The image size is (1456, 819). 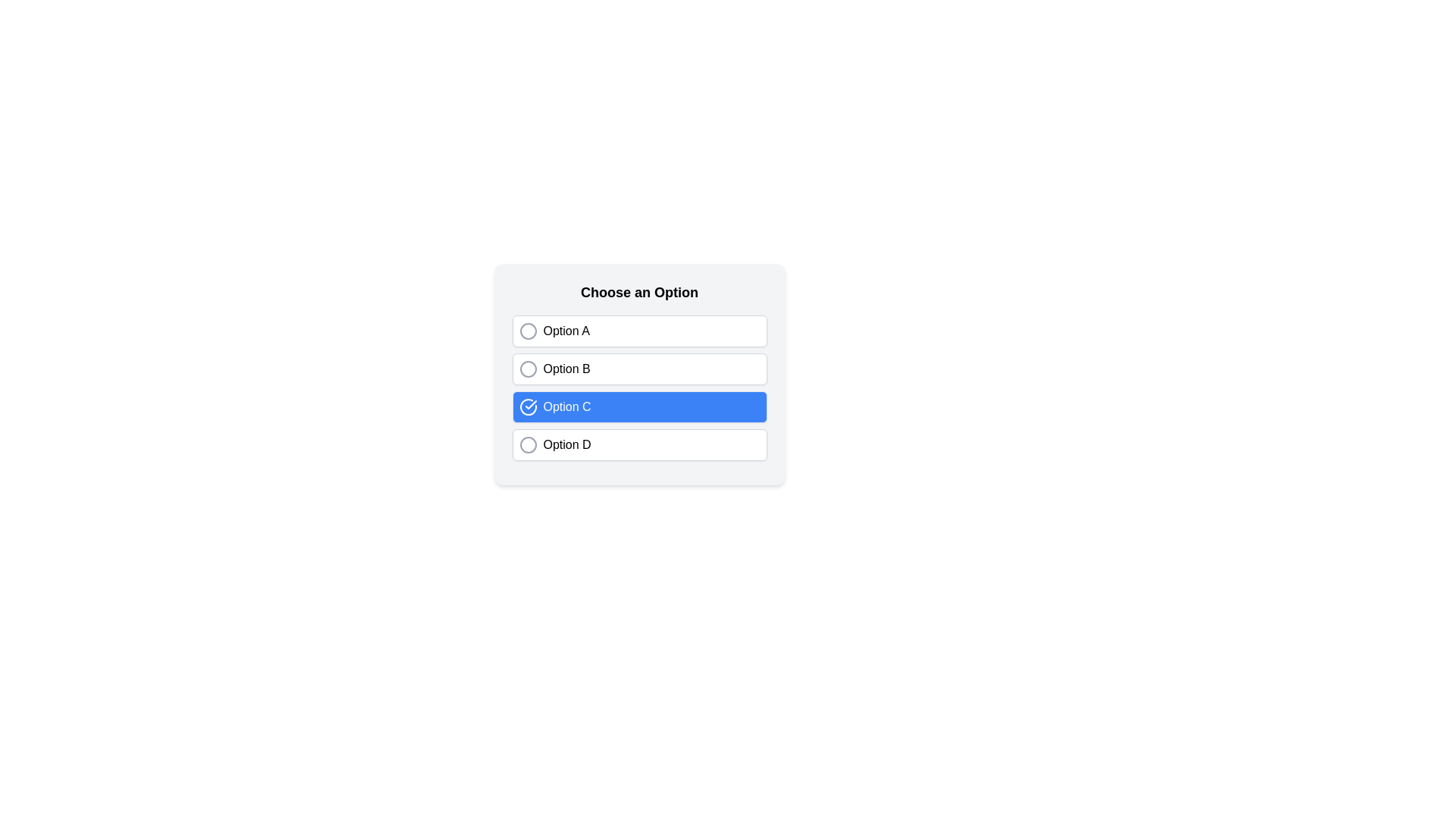 I want to click on the leftmost radio button for 'Option D', so click(x=528, y=444).